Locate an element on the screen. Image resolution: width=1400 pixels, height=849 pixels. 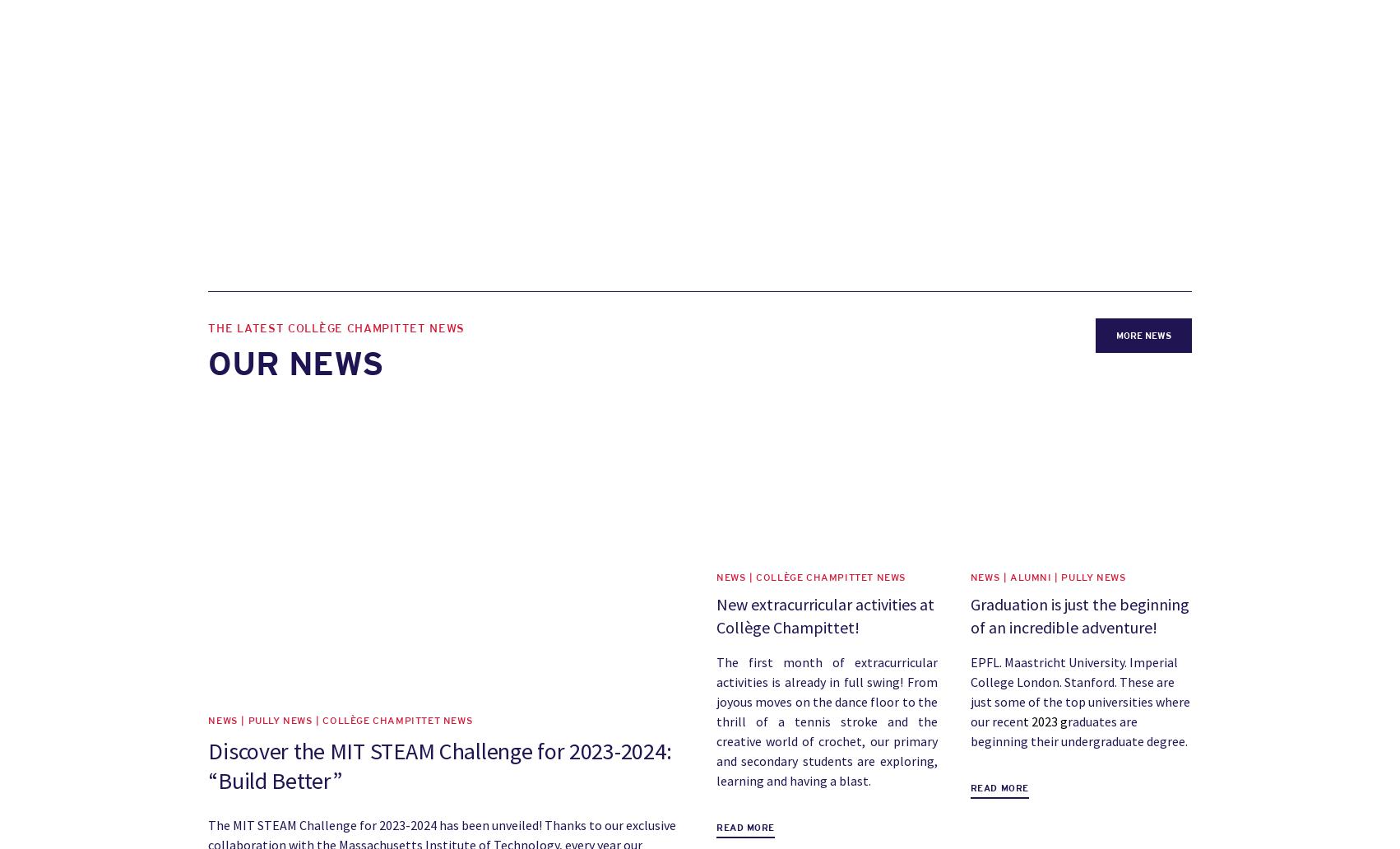
'The first month of extracurricular activities is already in full swing! From joyous moves on the dance floor to the thrill of a tennis stroke and the creative world of crochet, our primary and secondary students are exploring, learning and having a blast.' is located at coordinates (826, 721).